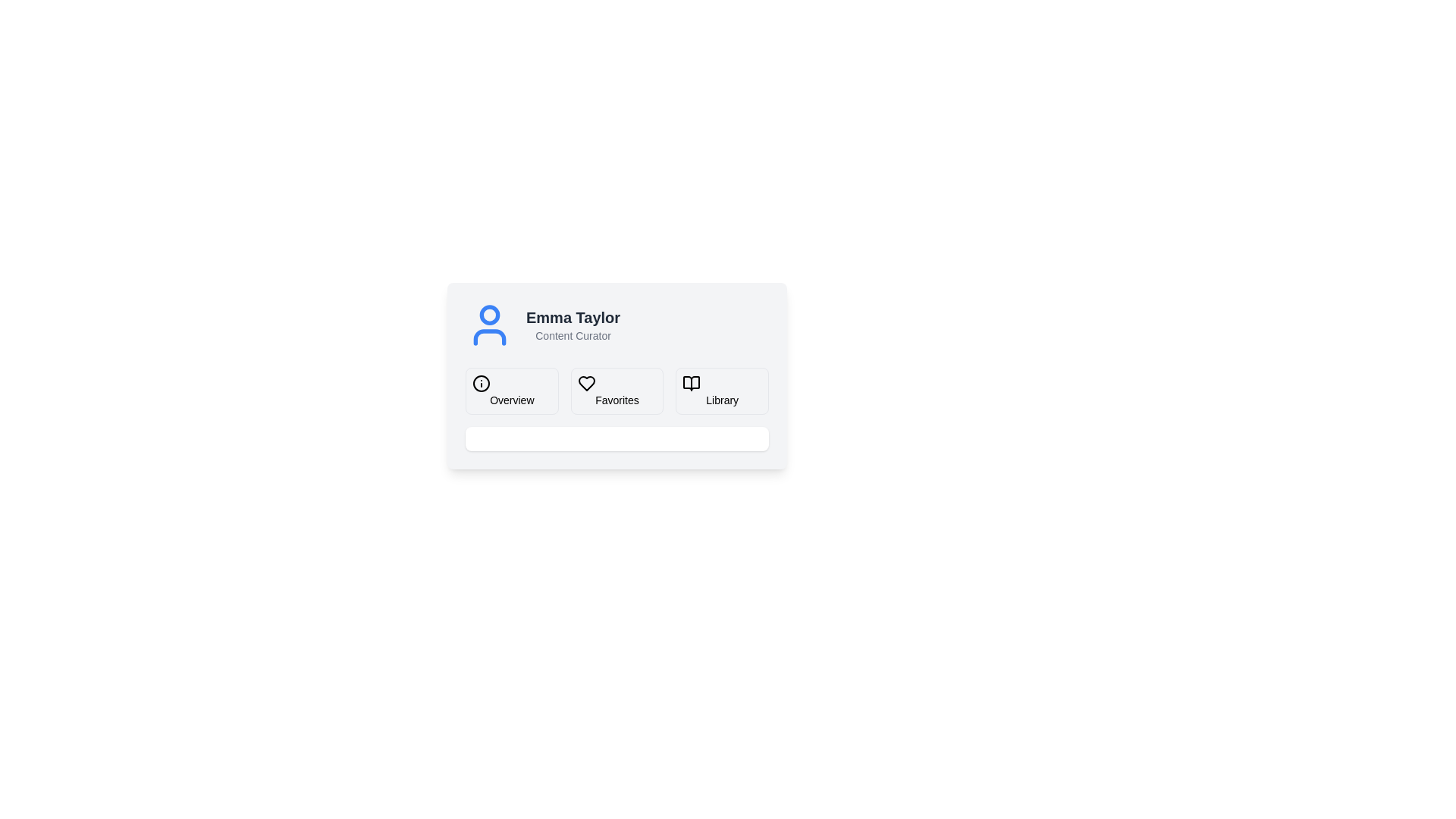  What do you see at coordinates (573, 324) in the screenshot?
I see `the Text block displaying 'Emma Taylor' and 'Content Curator'` at bounding box center [573, 324].